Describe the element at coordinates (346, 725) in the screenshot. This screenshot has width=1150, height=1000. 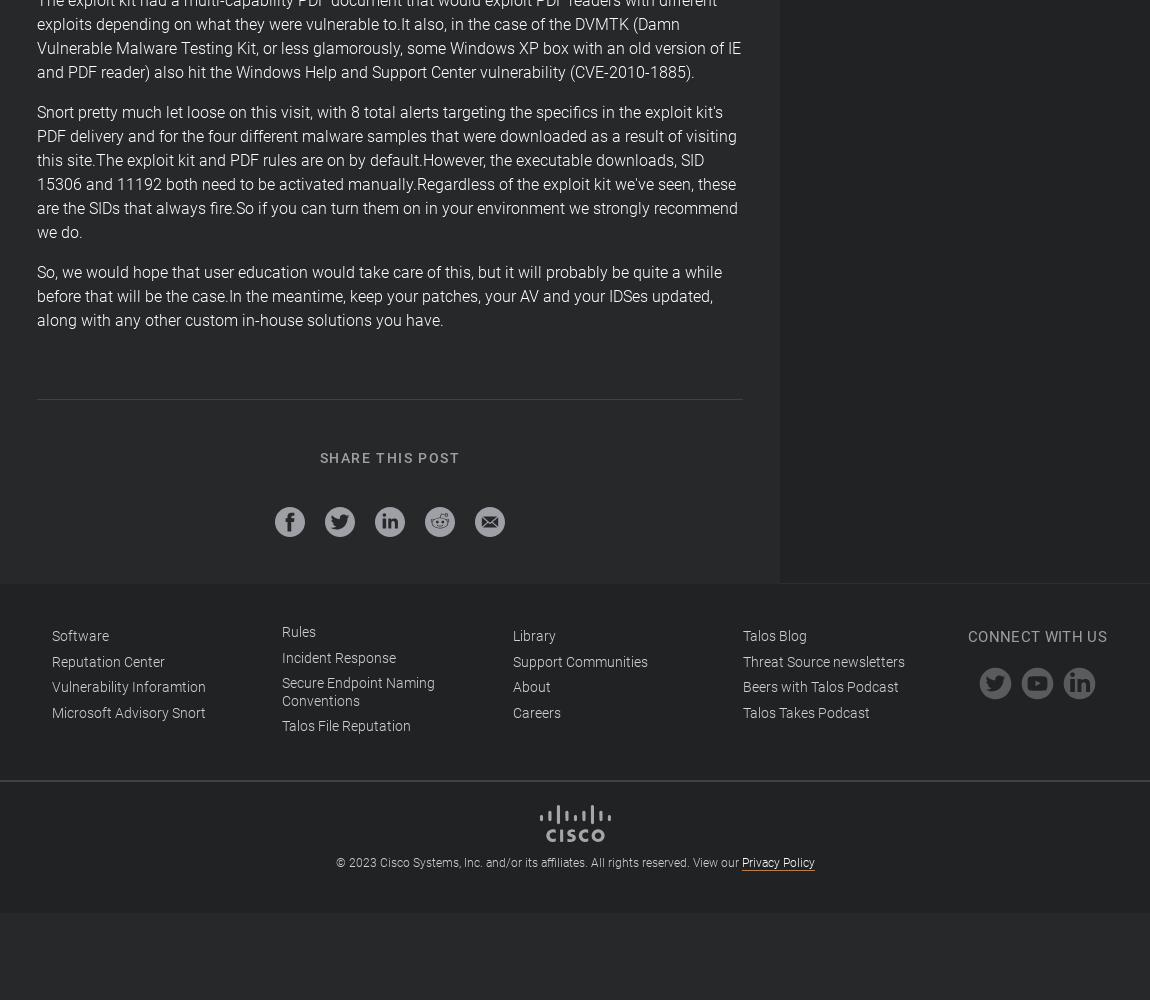
I see `'Talos File Reputation'` at that location.